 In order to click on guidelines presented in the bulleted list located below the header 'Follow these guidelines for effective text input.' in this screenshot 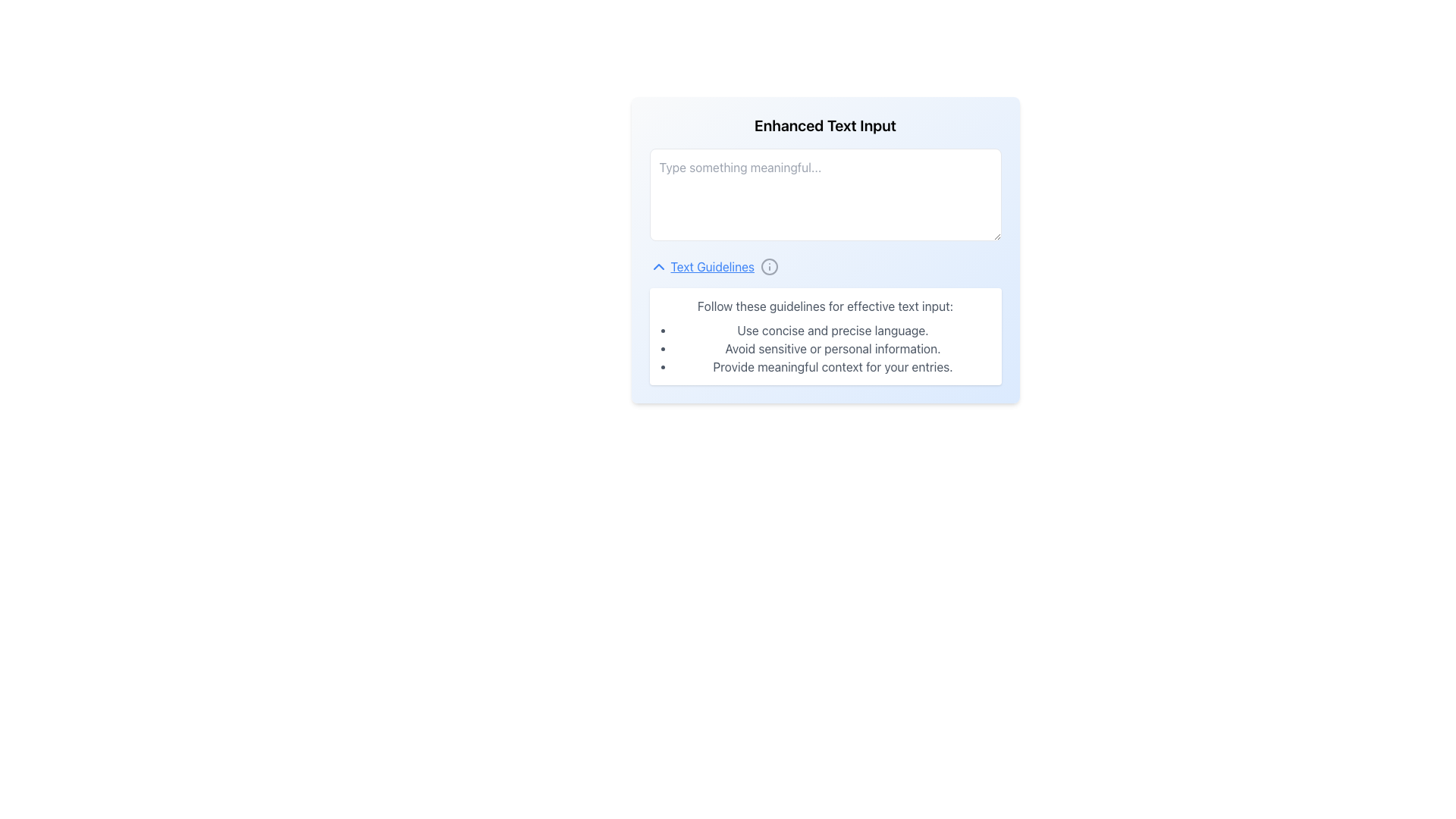, I will do `click(832, 348)`.